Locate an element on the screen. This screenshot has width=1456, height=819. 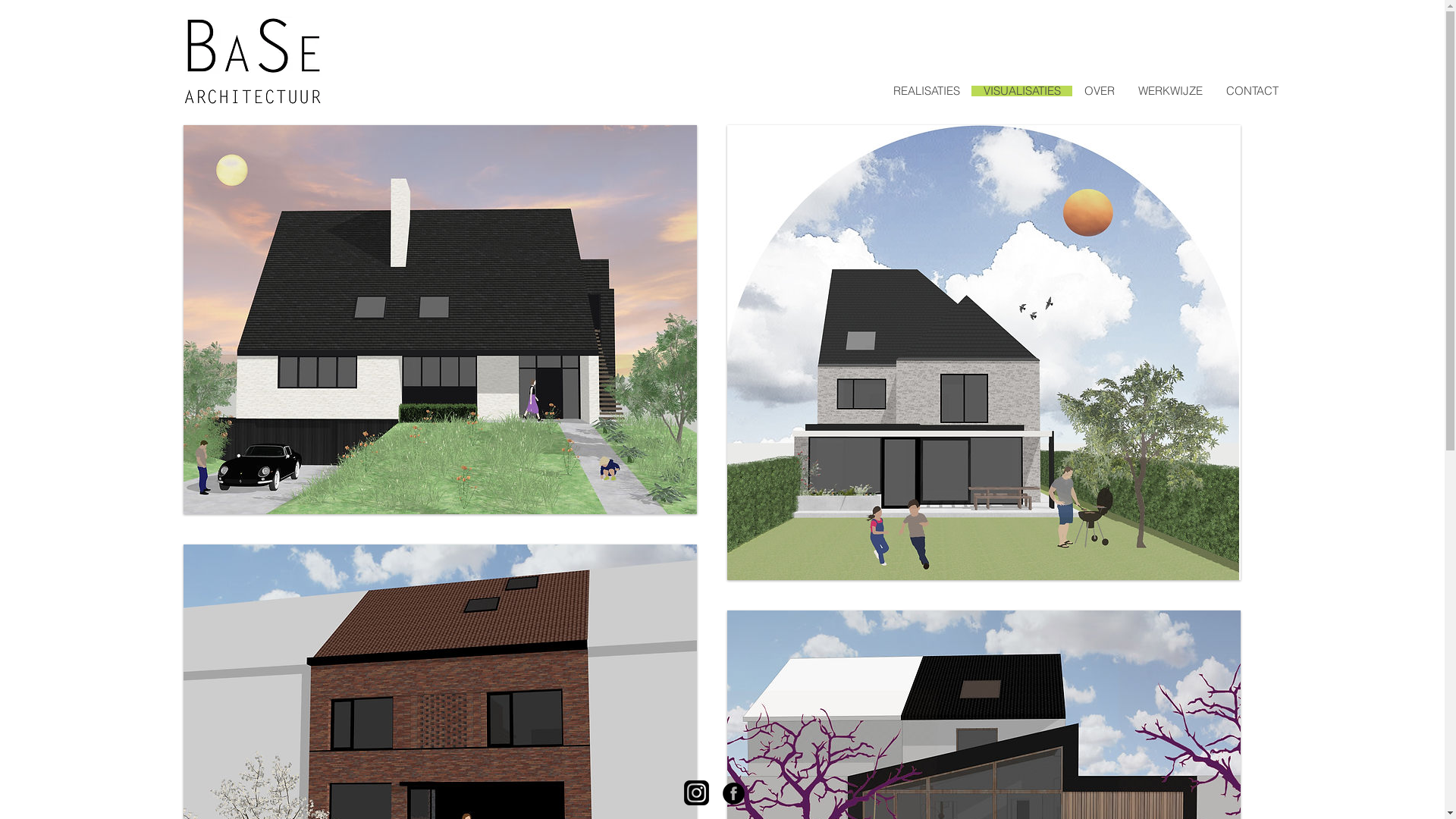
'OVER' is located at coordinates (1099, 90).